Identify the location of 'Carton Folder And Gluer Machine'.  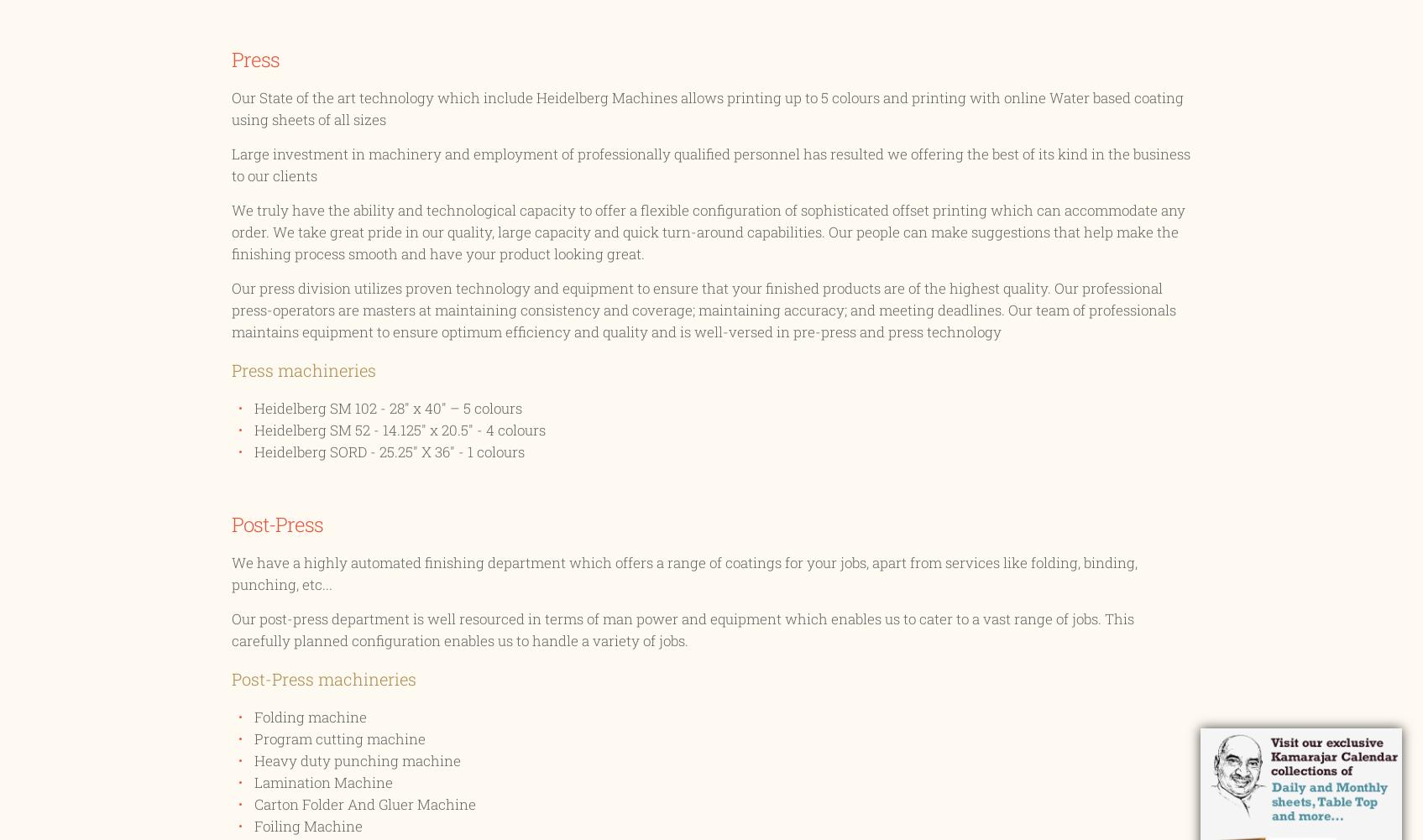
(364, 803).